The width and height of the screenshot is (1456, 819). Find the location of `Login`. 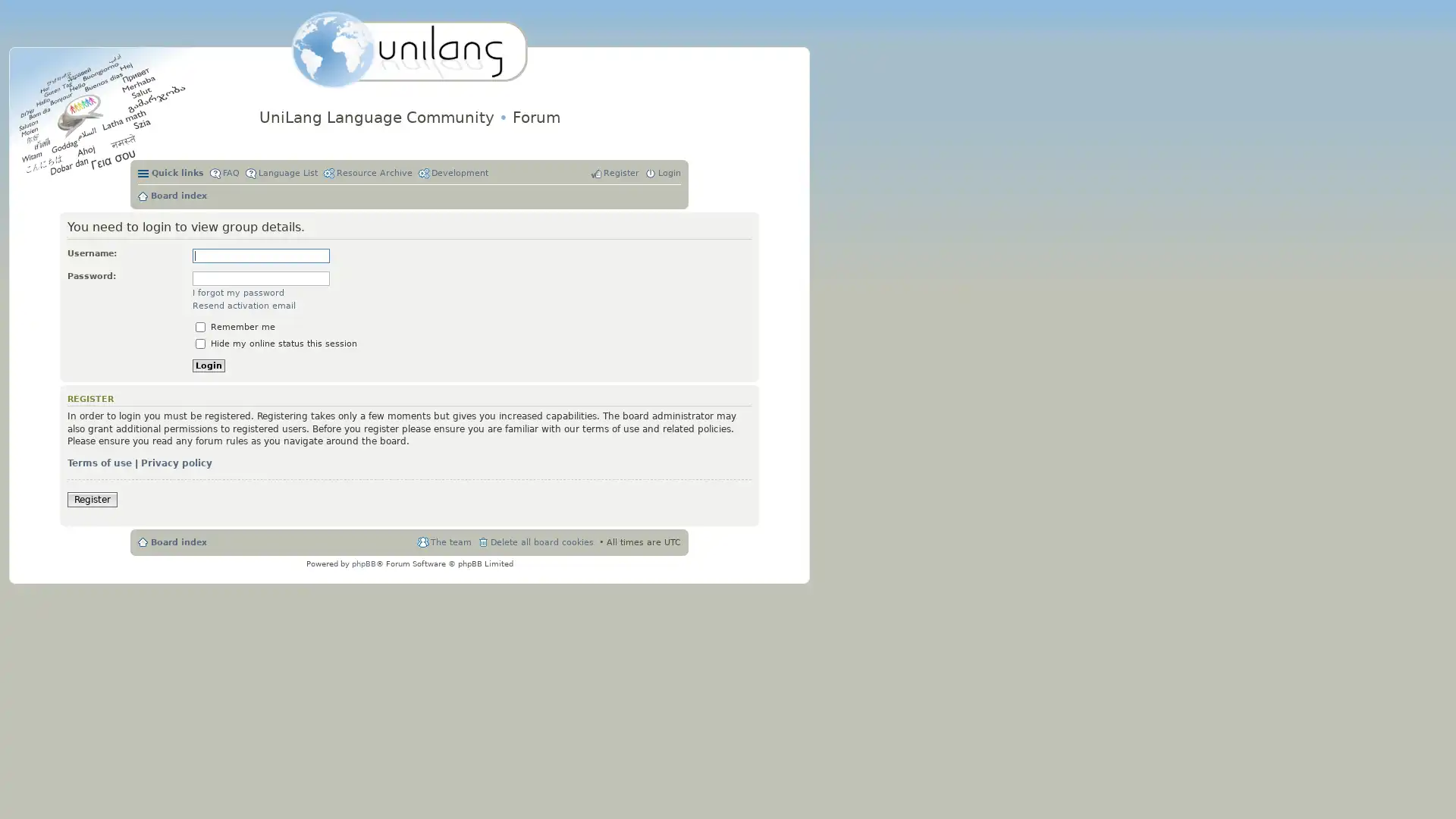

Login is located at coordinates (208, 366).